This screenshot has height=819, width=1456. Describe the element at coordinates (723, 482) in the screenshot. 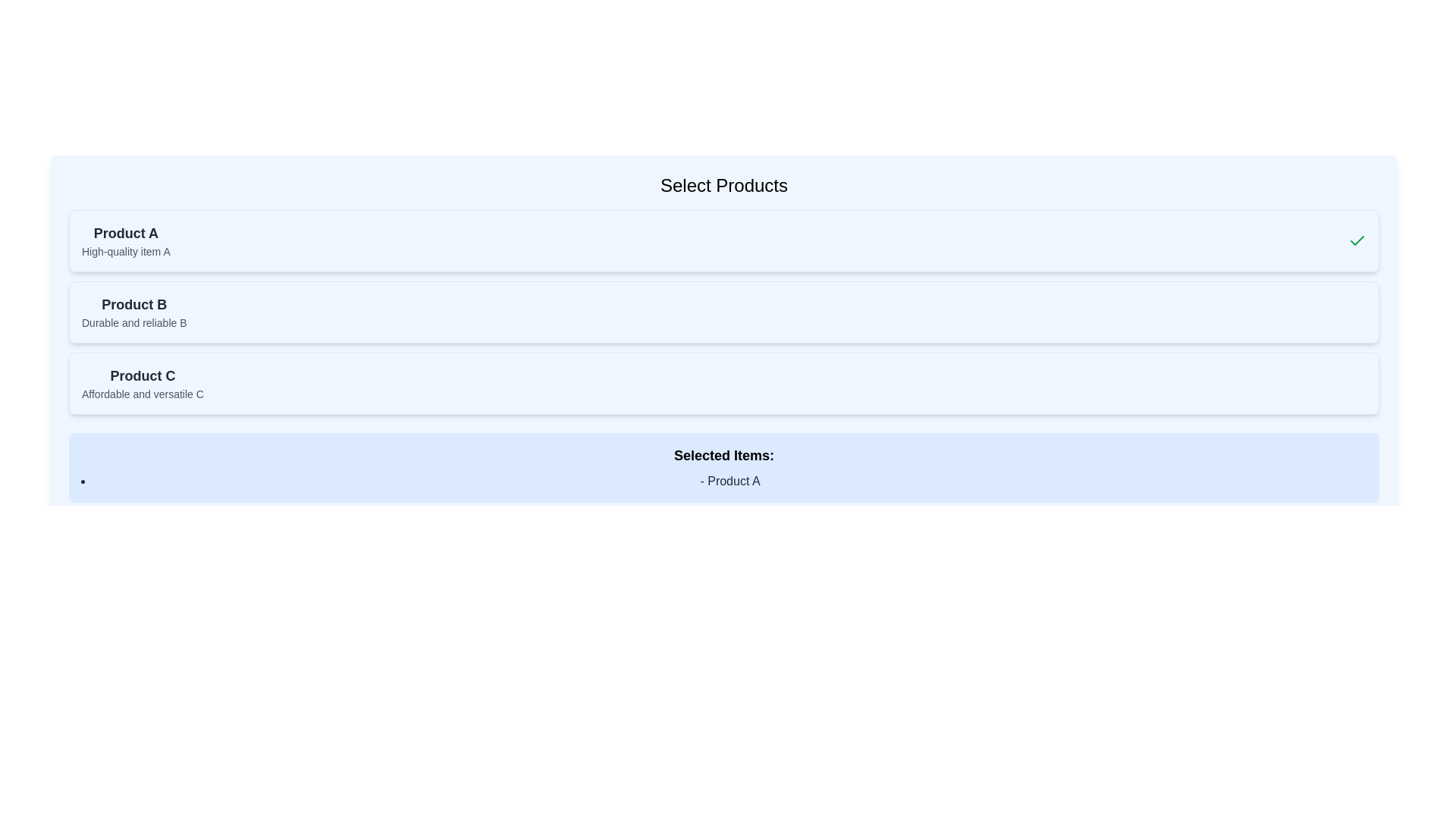

I see `the text label displaying '- Product A' which is styled with a disc bullet point and positioned in a light blue box under the heading 'Selected Items:'` at that location.